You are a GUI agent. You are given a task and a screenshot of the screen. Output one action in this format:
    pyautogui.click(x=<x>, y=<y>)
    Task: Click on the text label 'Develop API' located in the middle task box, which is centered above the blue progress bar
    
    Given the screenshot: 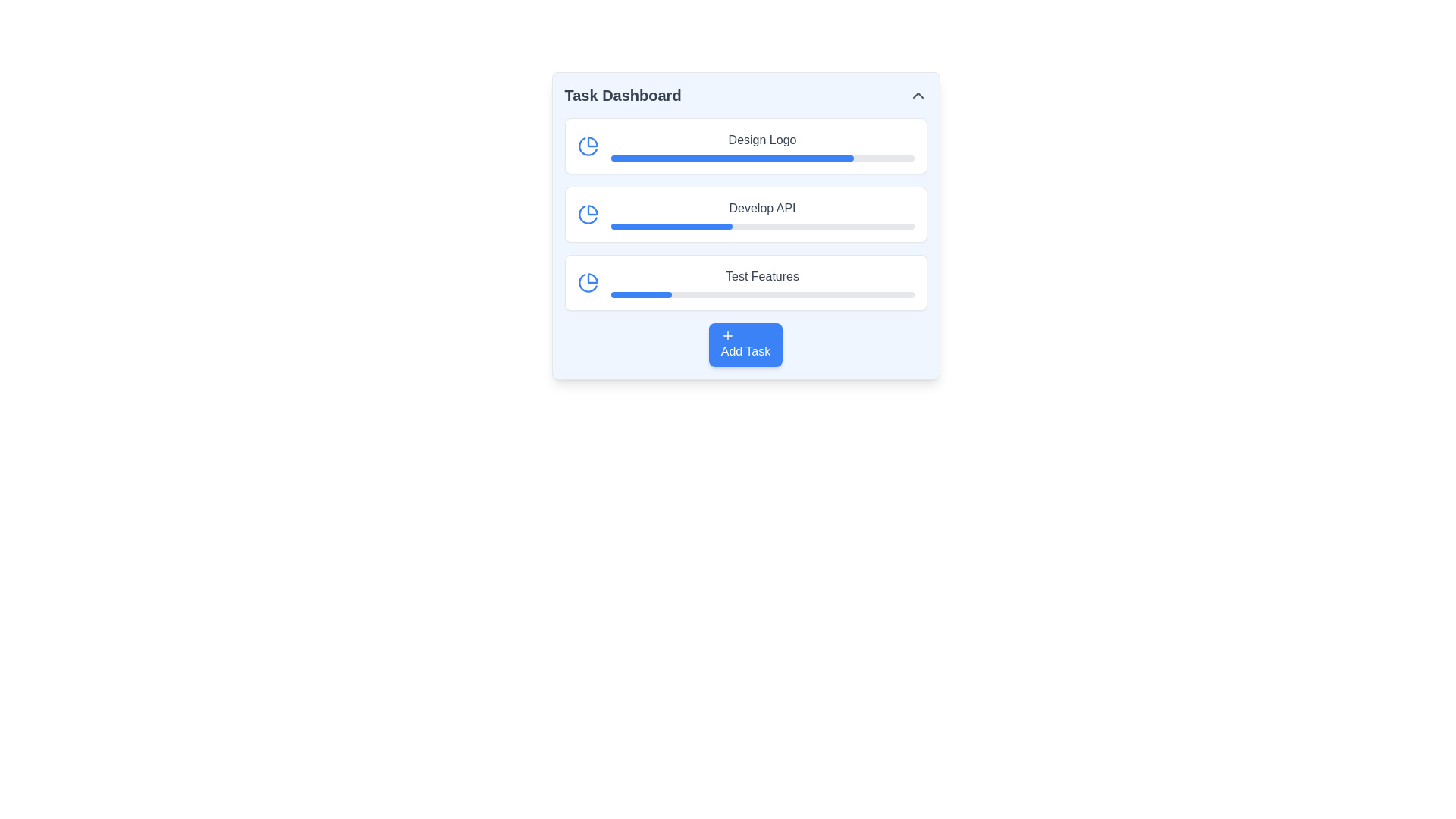 What is the action you would take?
    pyautogui.click(x=762, y=208)
    